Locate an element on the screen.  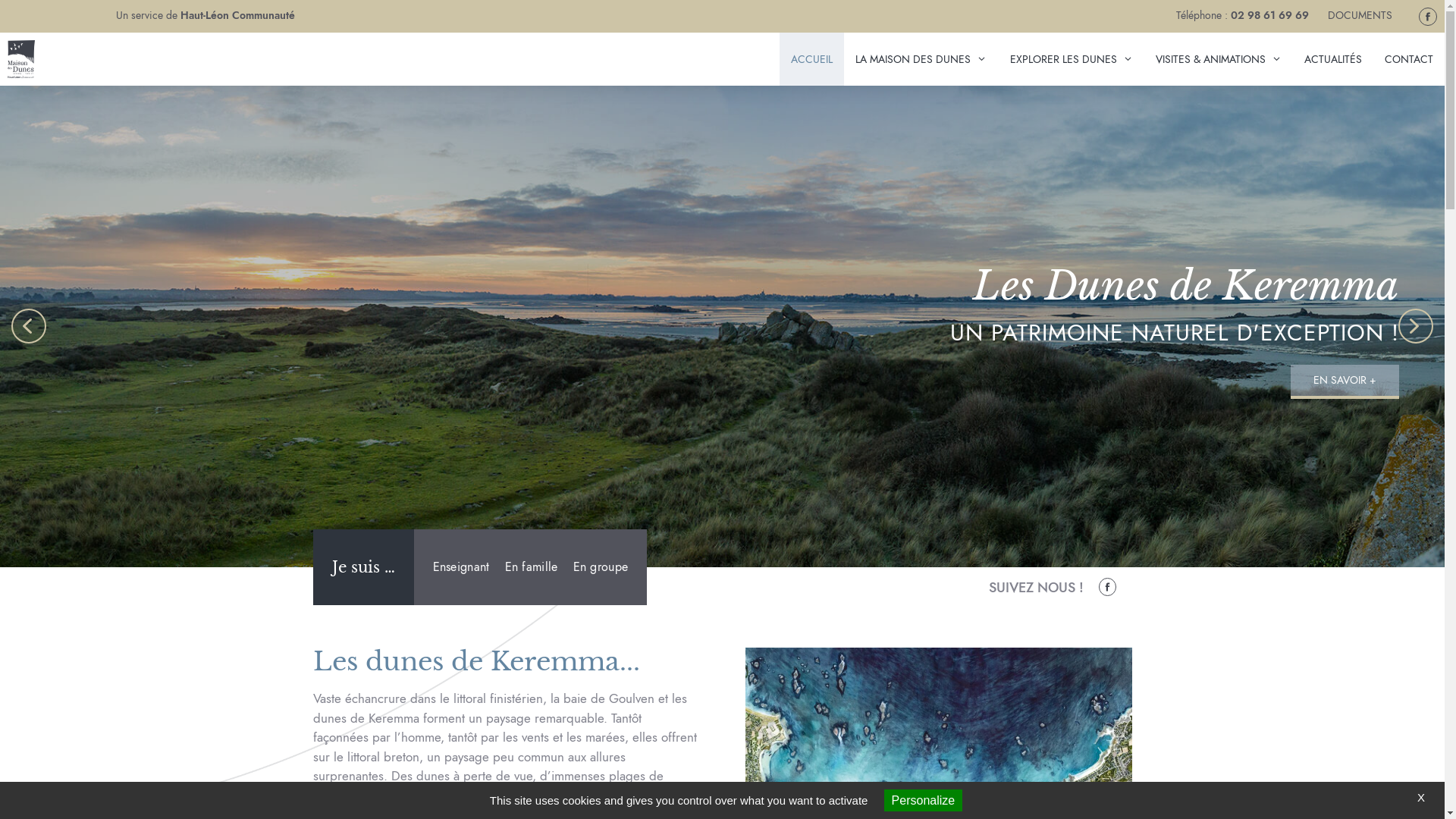
'02 98 61 69 69' is located at coordinates (1269, 14).